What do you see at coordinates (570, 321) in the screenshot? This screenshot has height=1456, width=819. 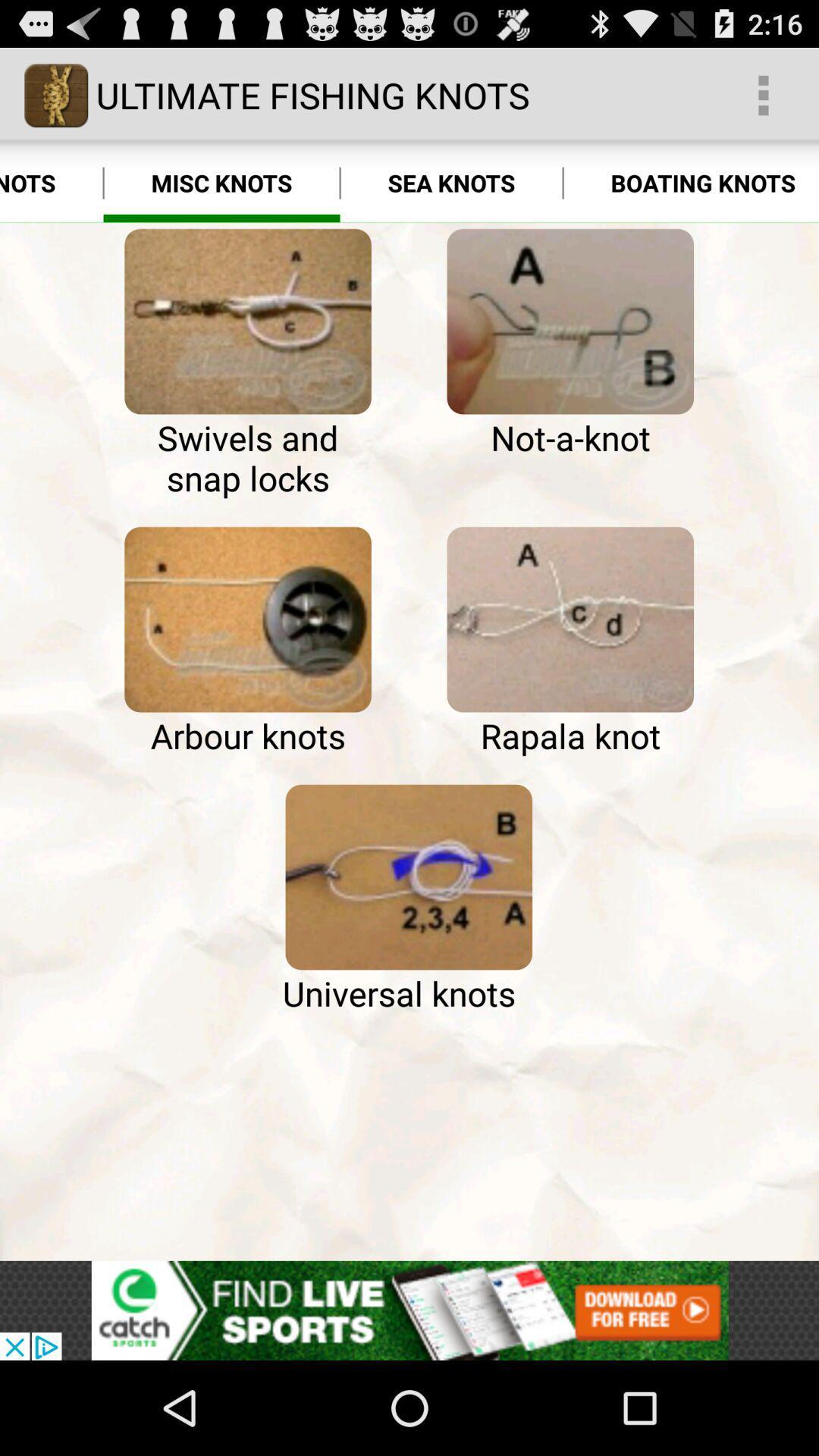 I see `piece of metal with some thread around it` at bounding box center [570, 321].